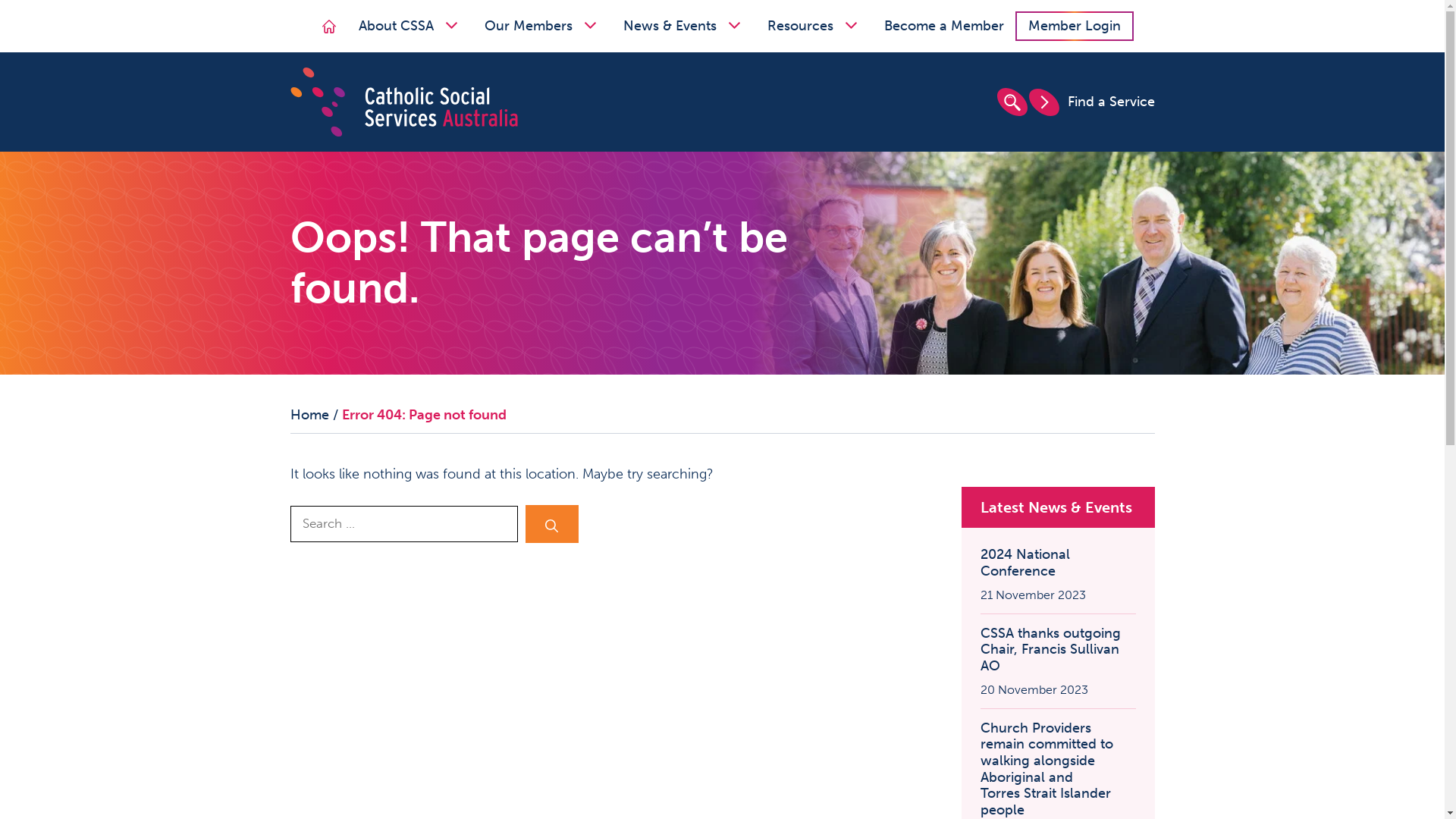 The height and width of the screenshot is (819, 1456). I want to click on 'Search for:', so click(403, 522).